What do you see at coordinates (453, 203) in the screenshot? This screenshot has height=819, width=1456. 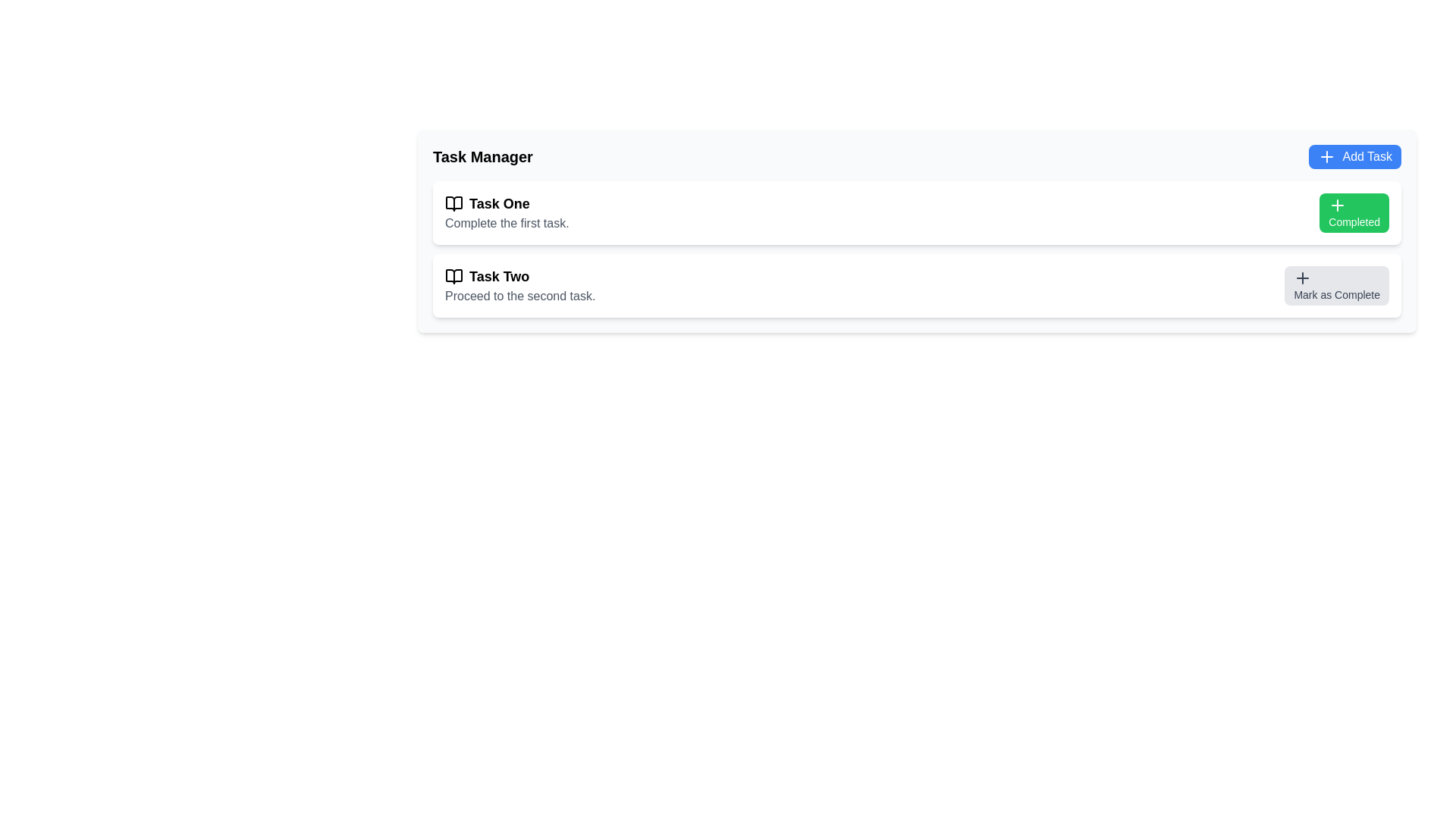 I see `the open book icon located to the left of the 'Task One' text in the task management interface` at bounding box center [453, 203].